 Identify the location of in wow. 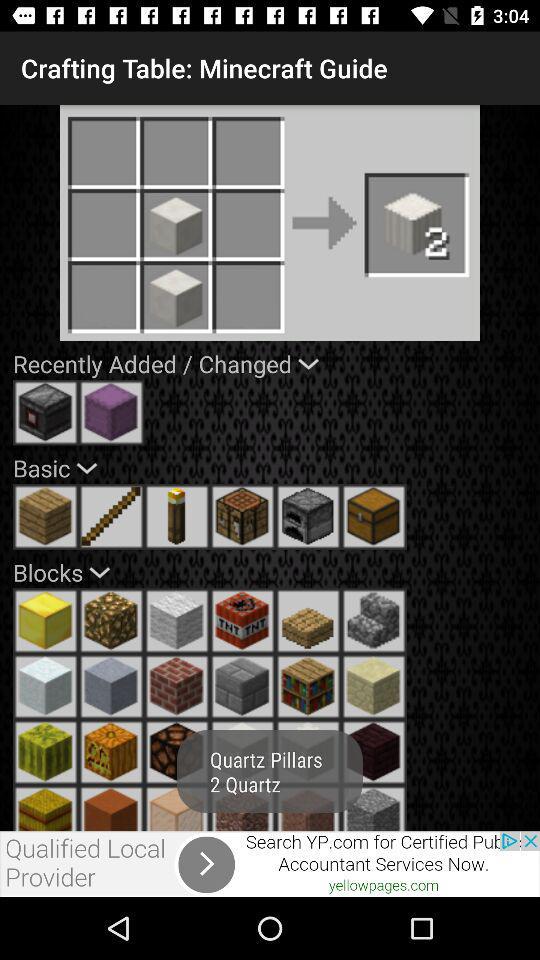
(45, 620).